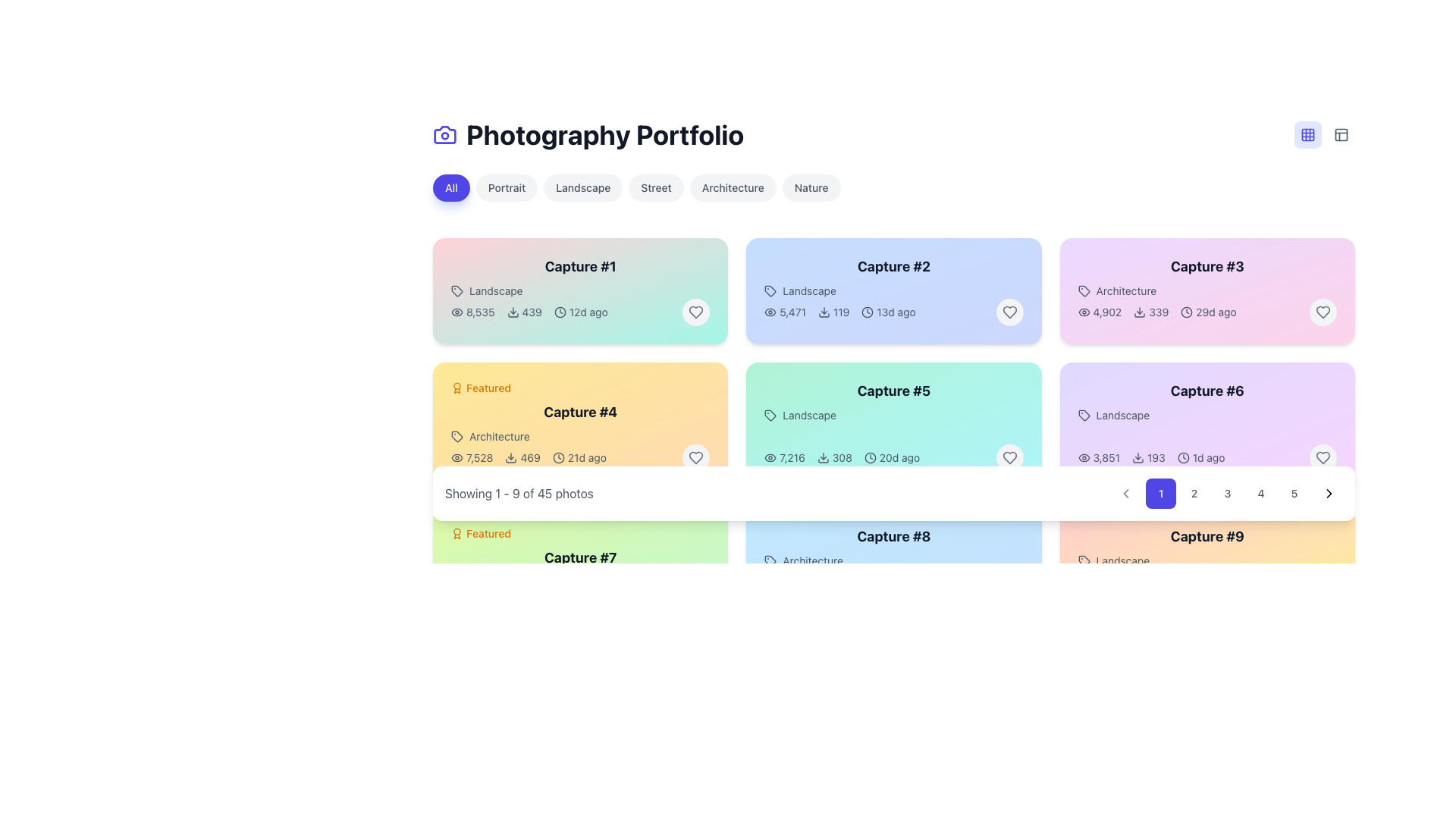 This screenshot has width=1456, height=819. I want to click on the tag icon that signifies the 'Landscape' label in the details of the second photo card in the second row of the portfolio grid, so click(770, 291).